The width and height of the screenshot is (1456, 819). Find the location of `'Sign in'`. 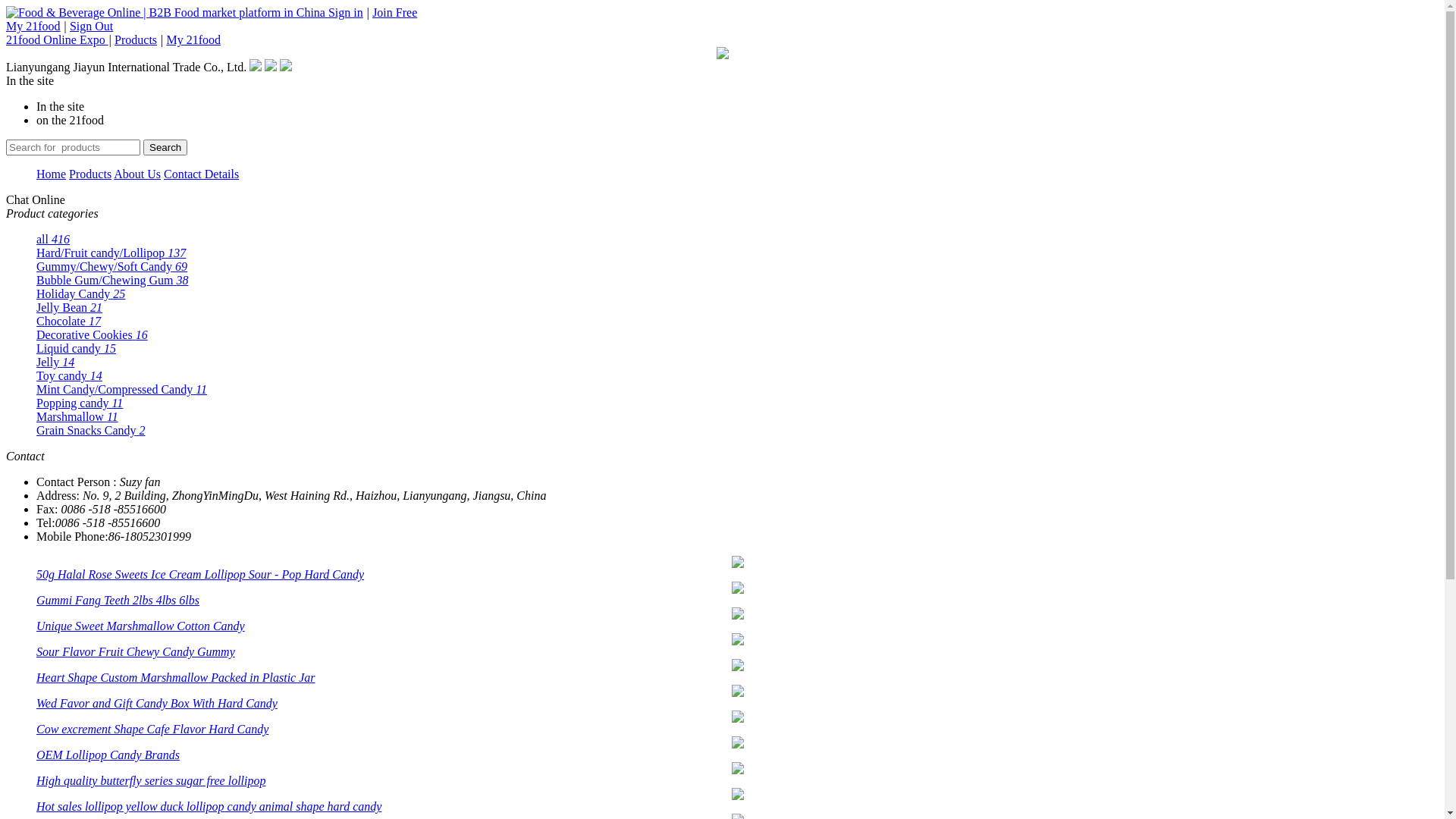

'Sign in' is located at coordinates (345, 12).